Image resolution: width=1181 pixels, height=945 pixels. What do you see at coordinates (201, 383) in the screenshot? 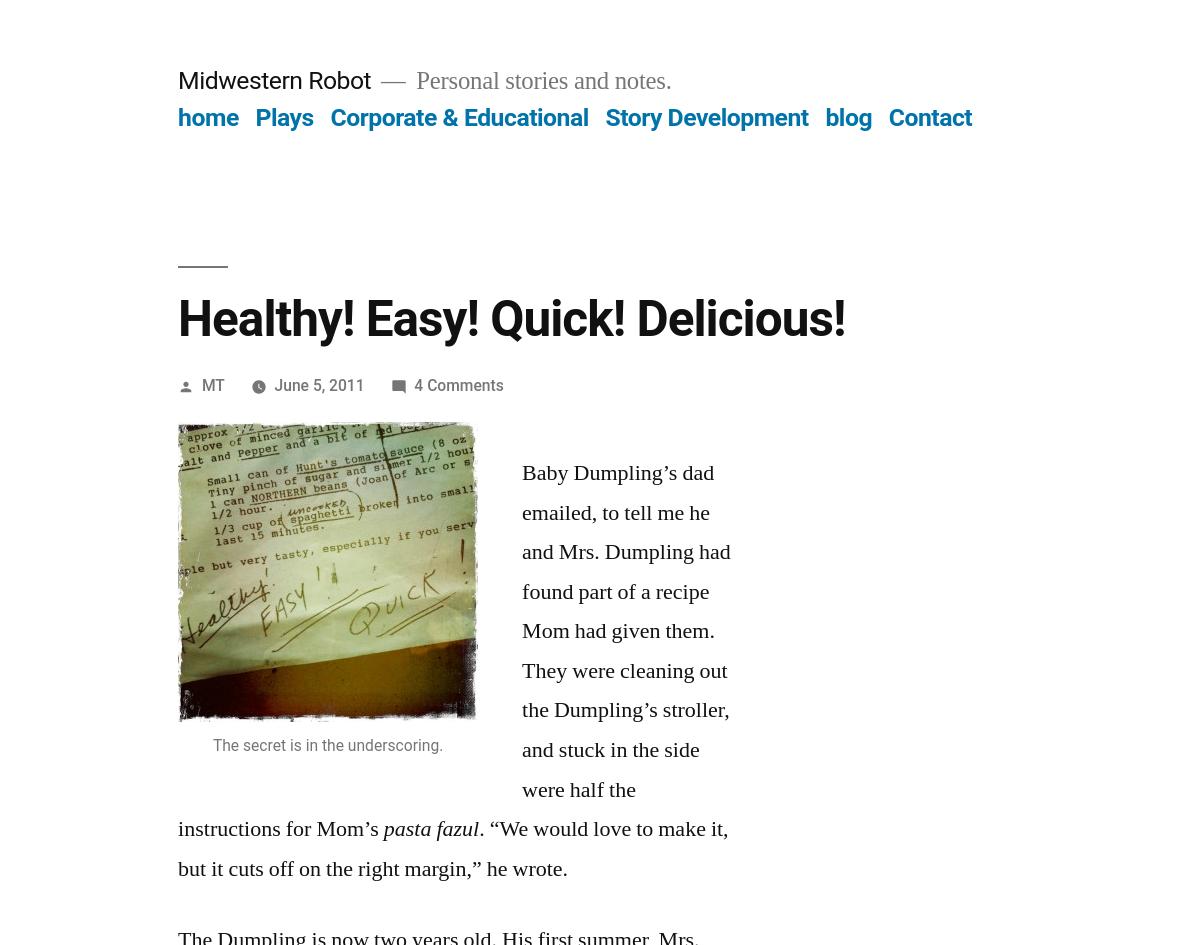
I see `'MT'` at bounding box center [201, 383].